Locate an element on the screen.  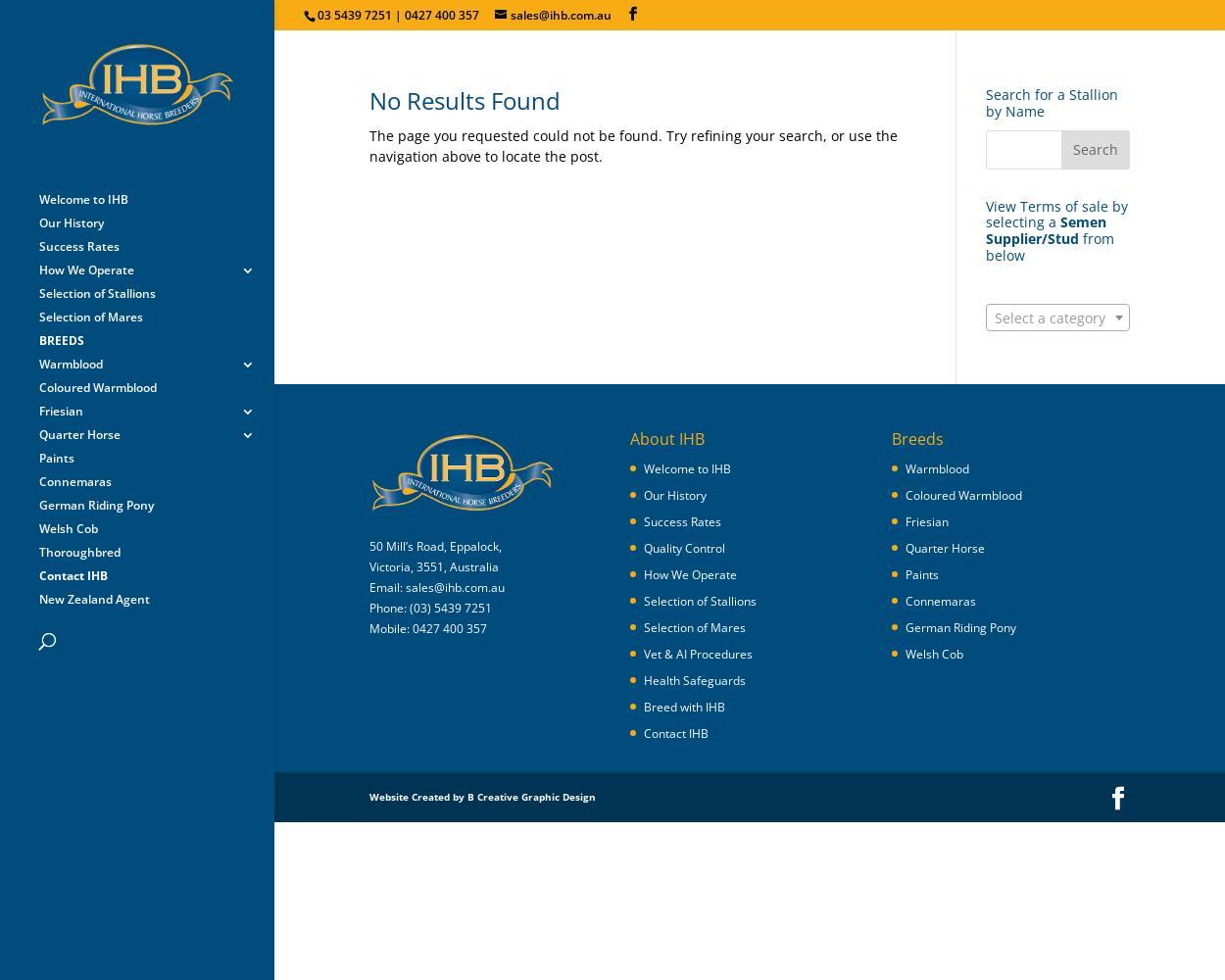
'Hengststation Bockmann' is located at coordinates (315, 434).